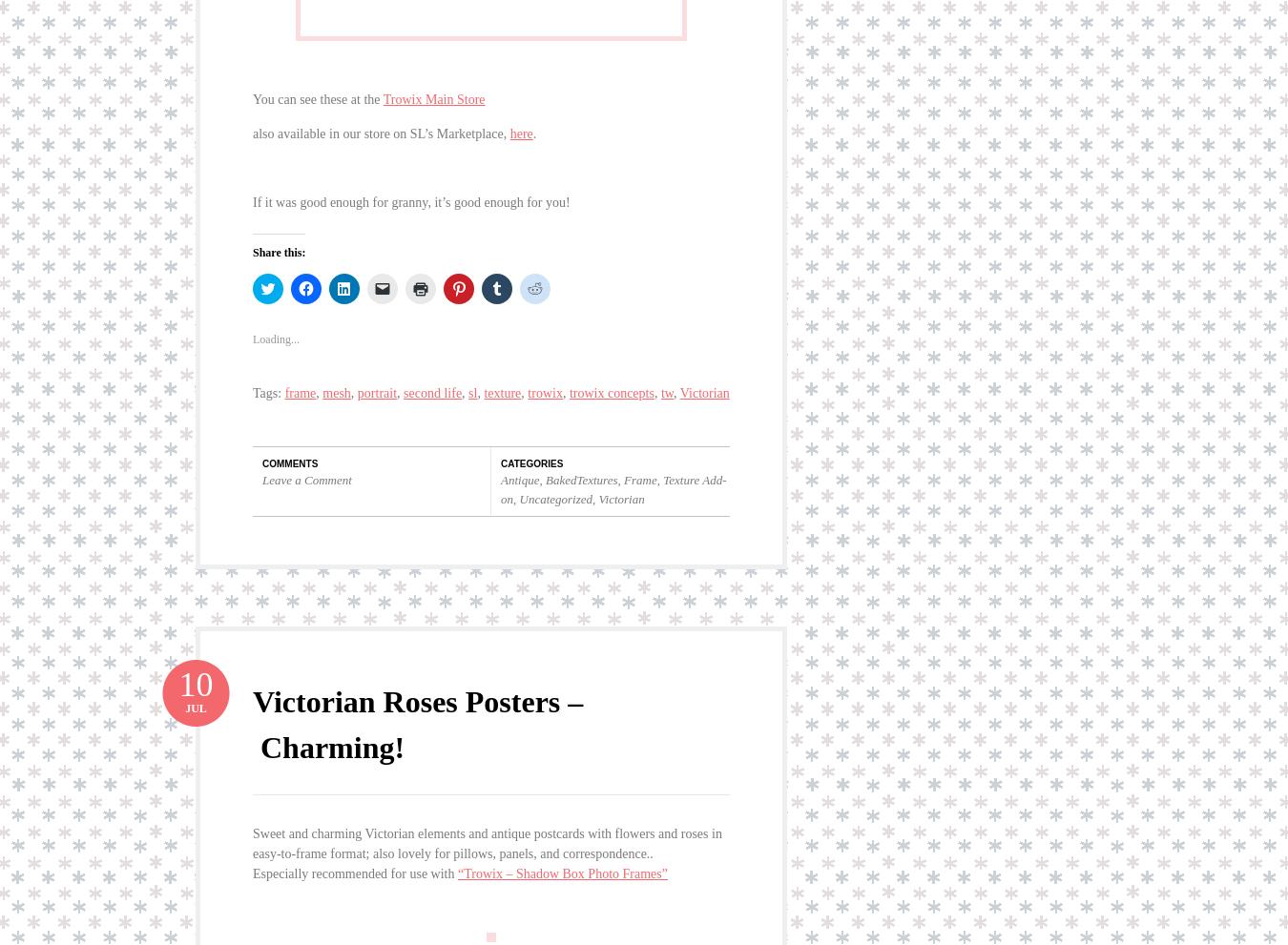 The height and width of the screenshot is (945, 1288). Describe the element at coordinates (196, 692) in the screenshot. I see `'Jul'` at that location.